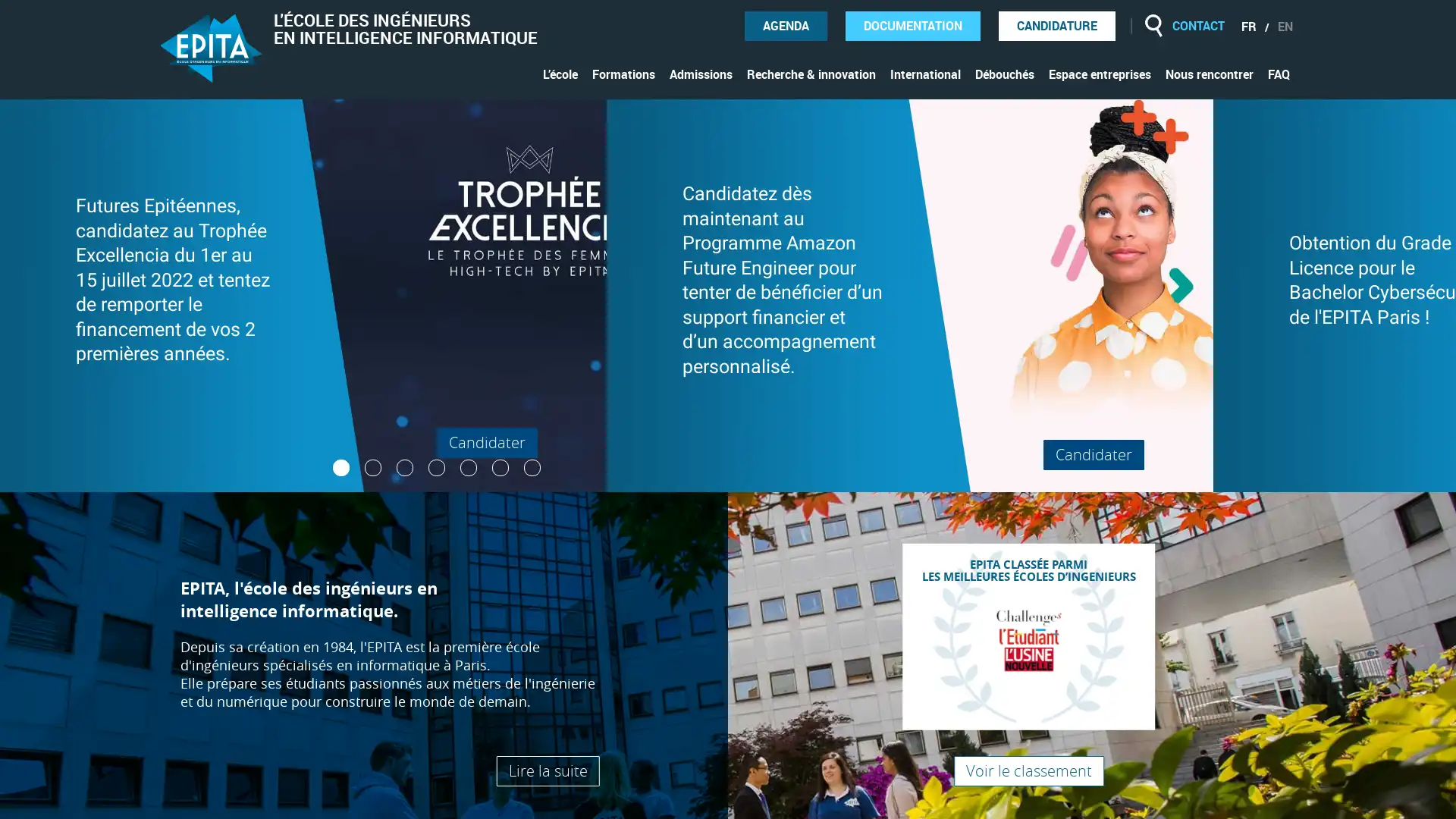 Image resolution: width=1456 pixels, height=819 pixels. I want to click on 6, so click(500, 464).